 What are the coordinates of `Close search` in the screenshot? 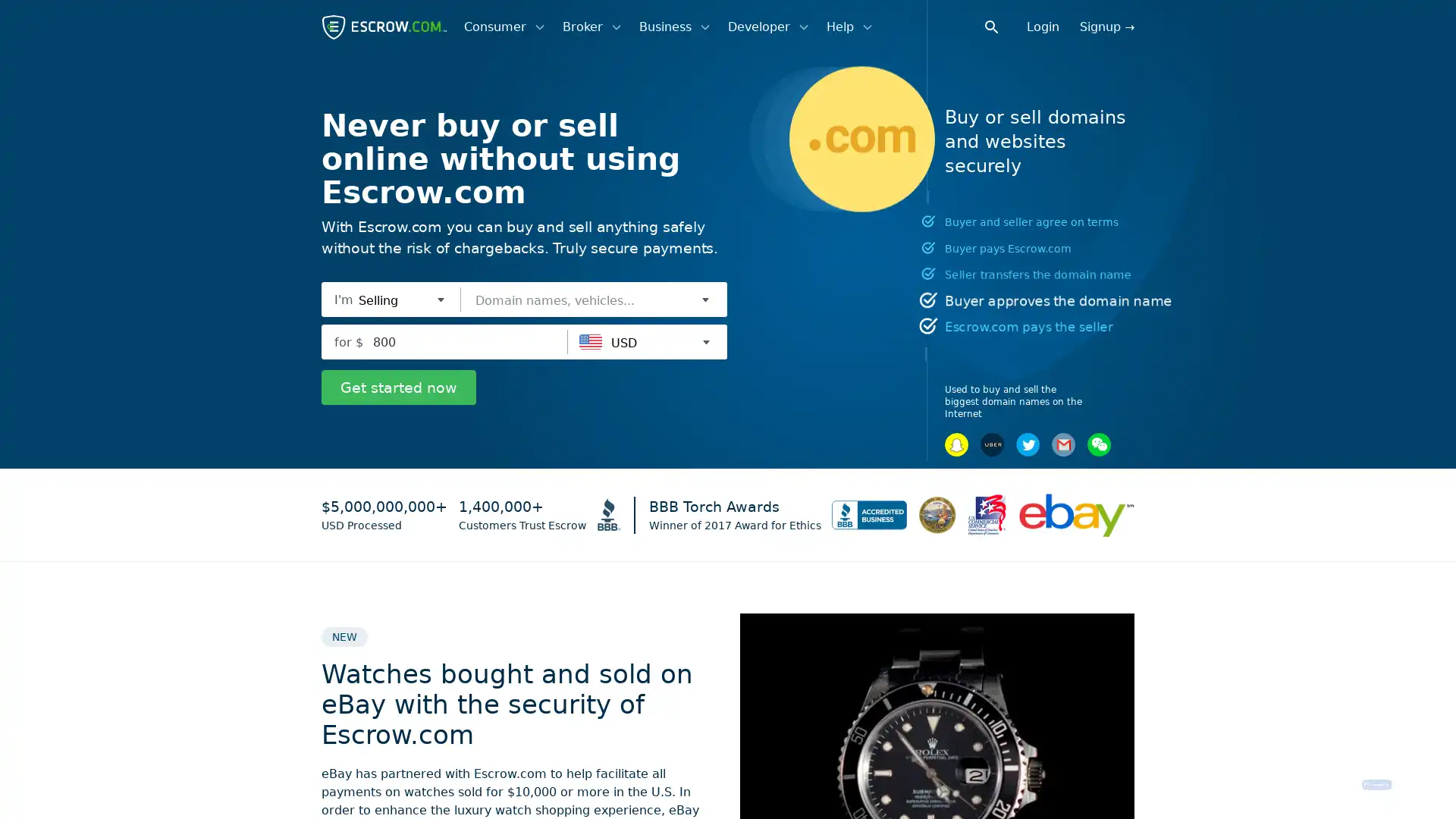 It's located at (1000, 26).